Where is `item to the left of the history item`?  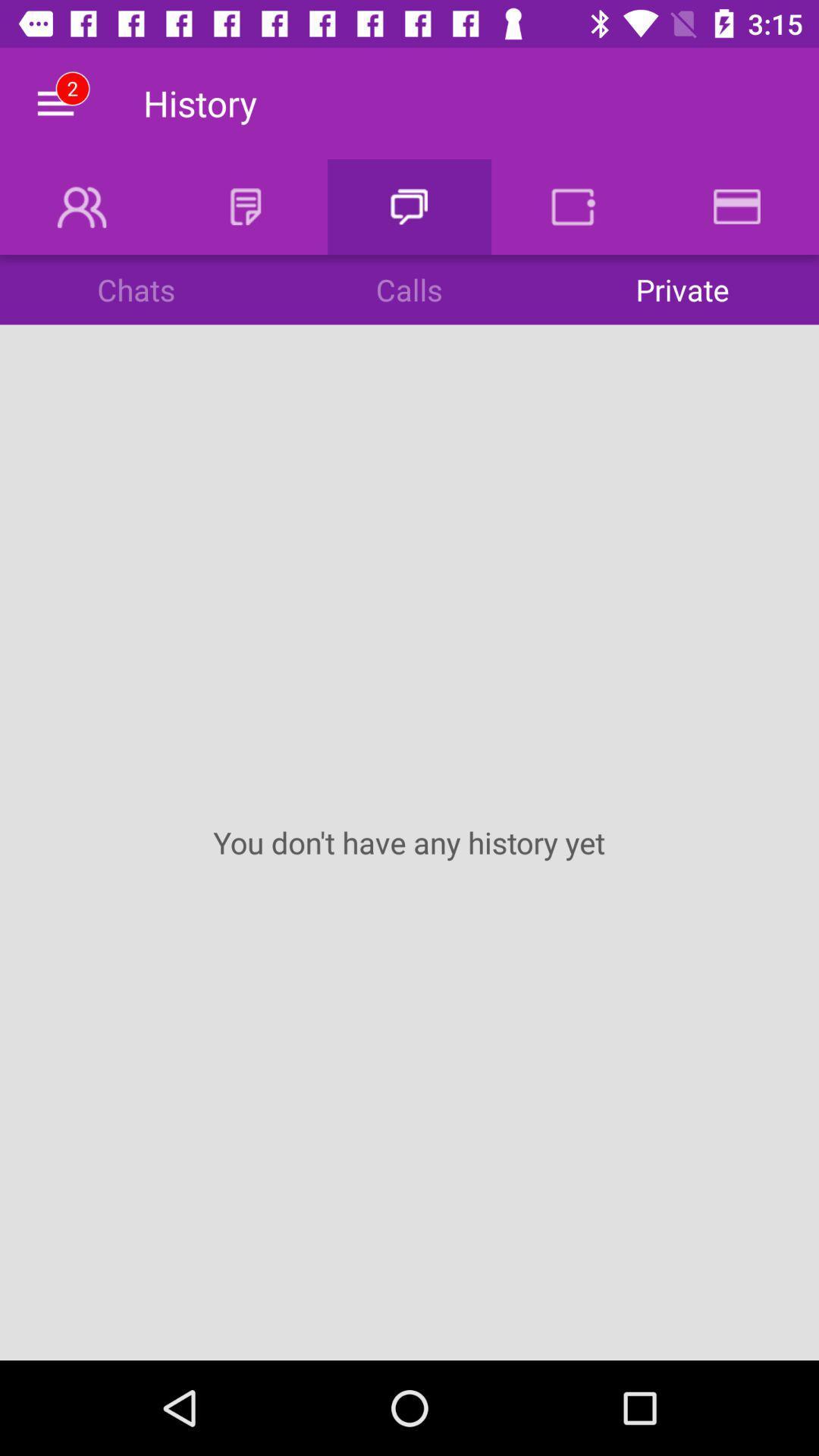 item to the left of the history item is located at coordinates (55, 102).